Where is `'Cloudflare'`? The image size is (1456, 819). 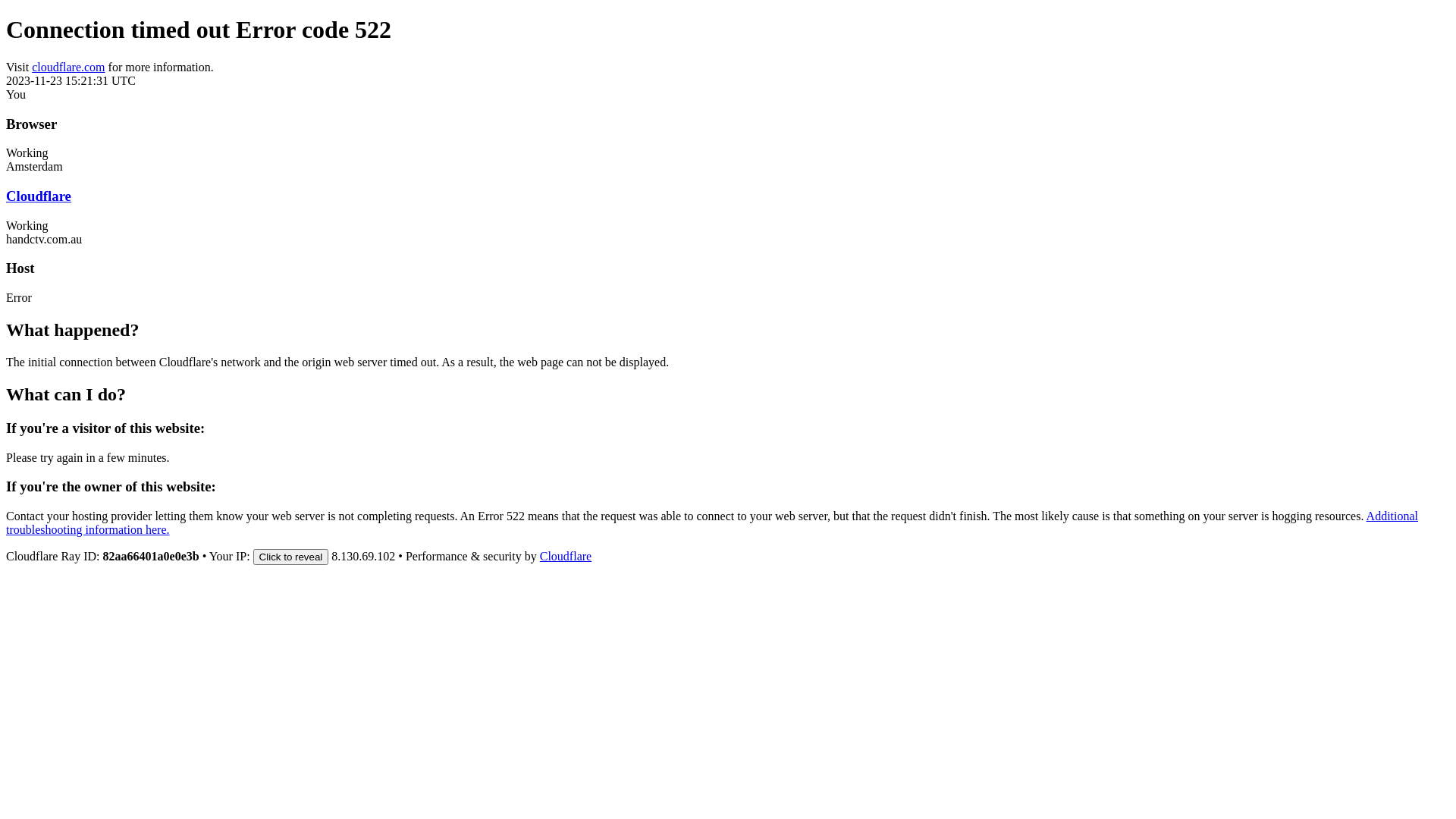 'Cloudflare' is located at coordinates (39, 195).